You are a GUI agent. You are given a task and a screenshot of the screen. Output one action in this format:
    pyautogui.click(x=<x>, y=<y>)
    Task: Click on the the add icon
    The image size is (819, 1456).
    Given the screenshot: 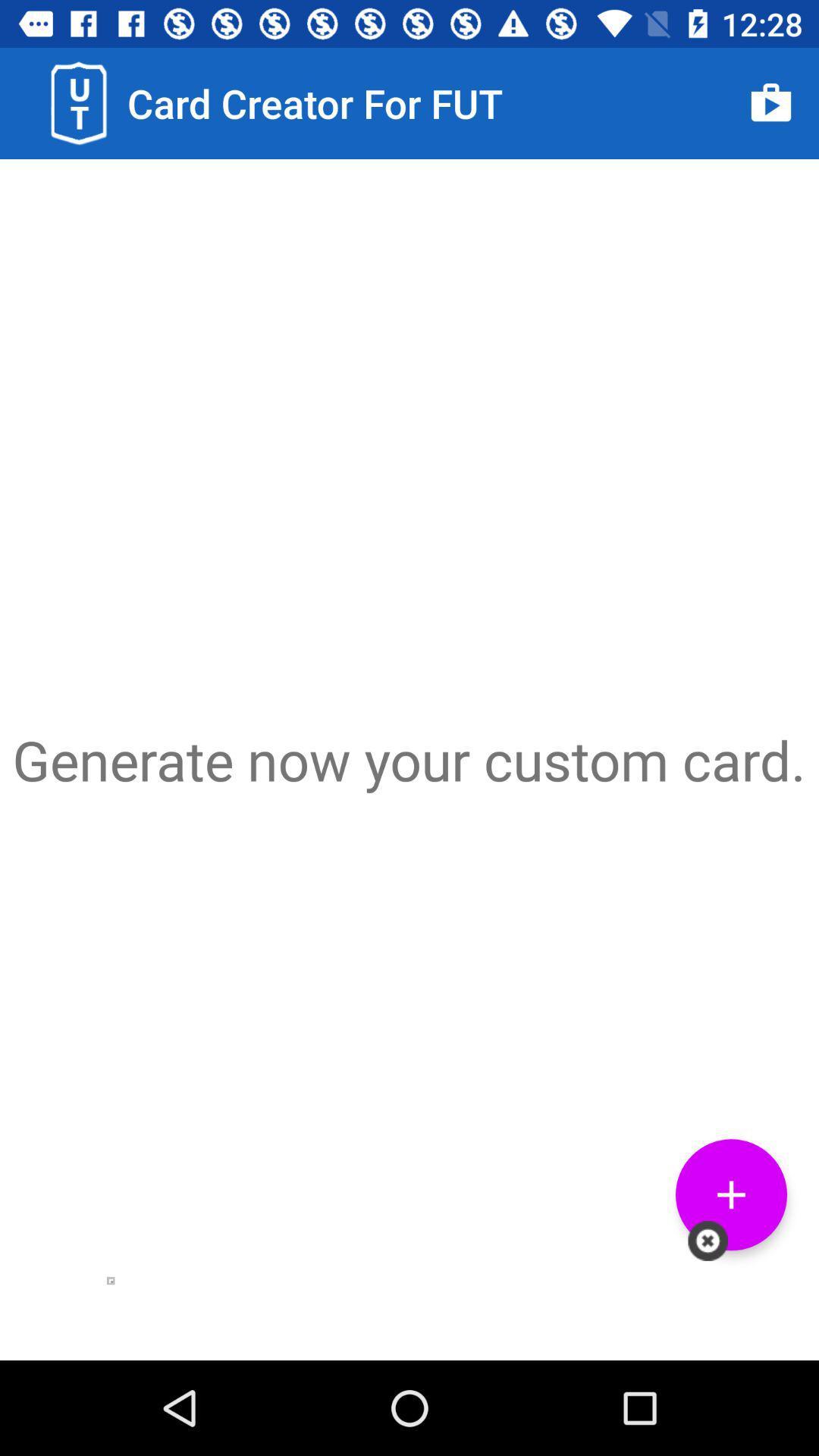 What is the action you would take?
    pyautogui.click(x=730, y=1194)
    